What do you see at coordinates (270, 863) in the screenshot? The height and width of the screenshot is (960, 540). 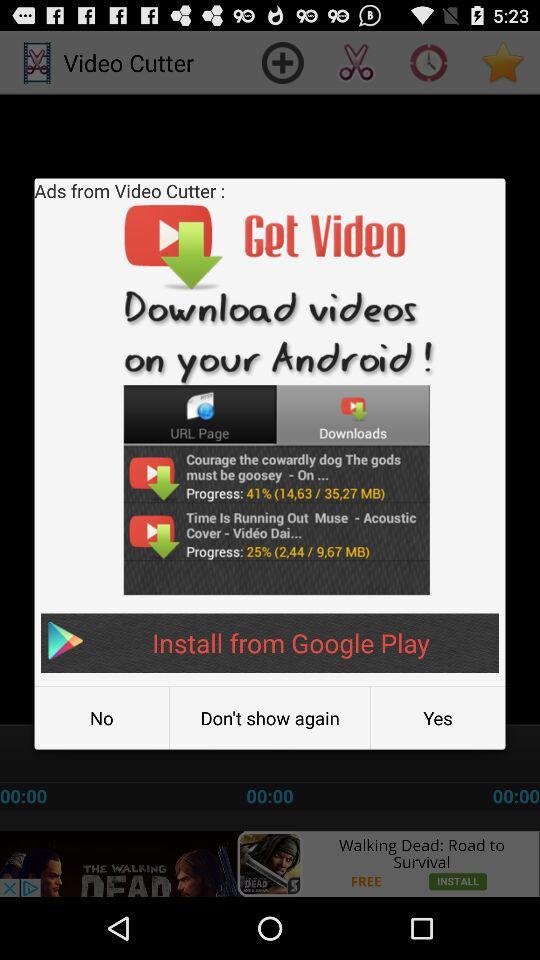 I see `launch advertisement link` at bounding box center [270, 863].